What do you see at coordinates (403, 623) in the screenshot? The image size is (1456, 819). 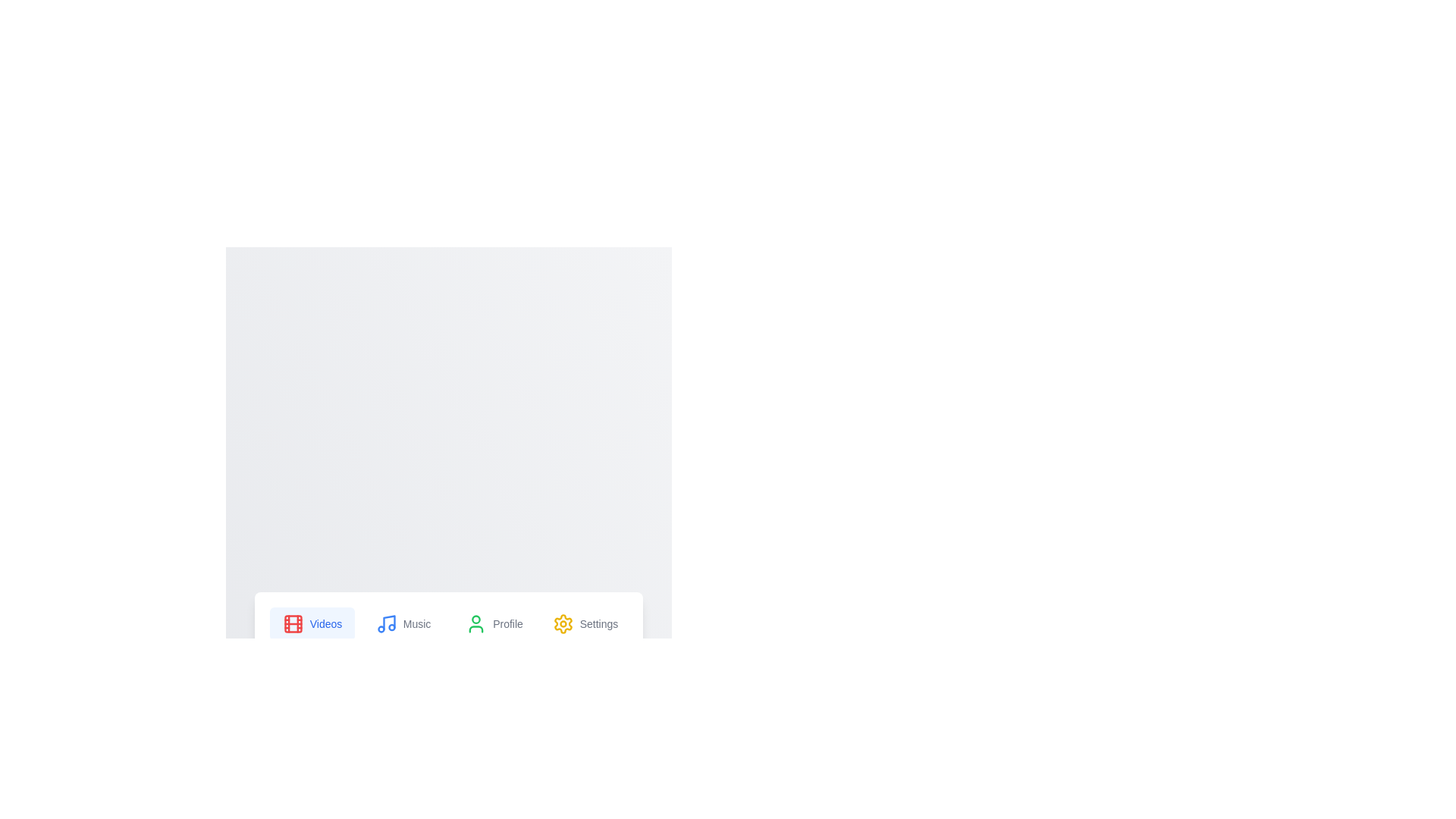 I see `the Music tab to switch its content` at bounding box center [403, 623].